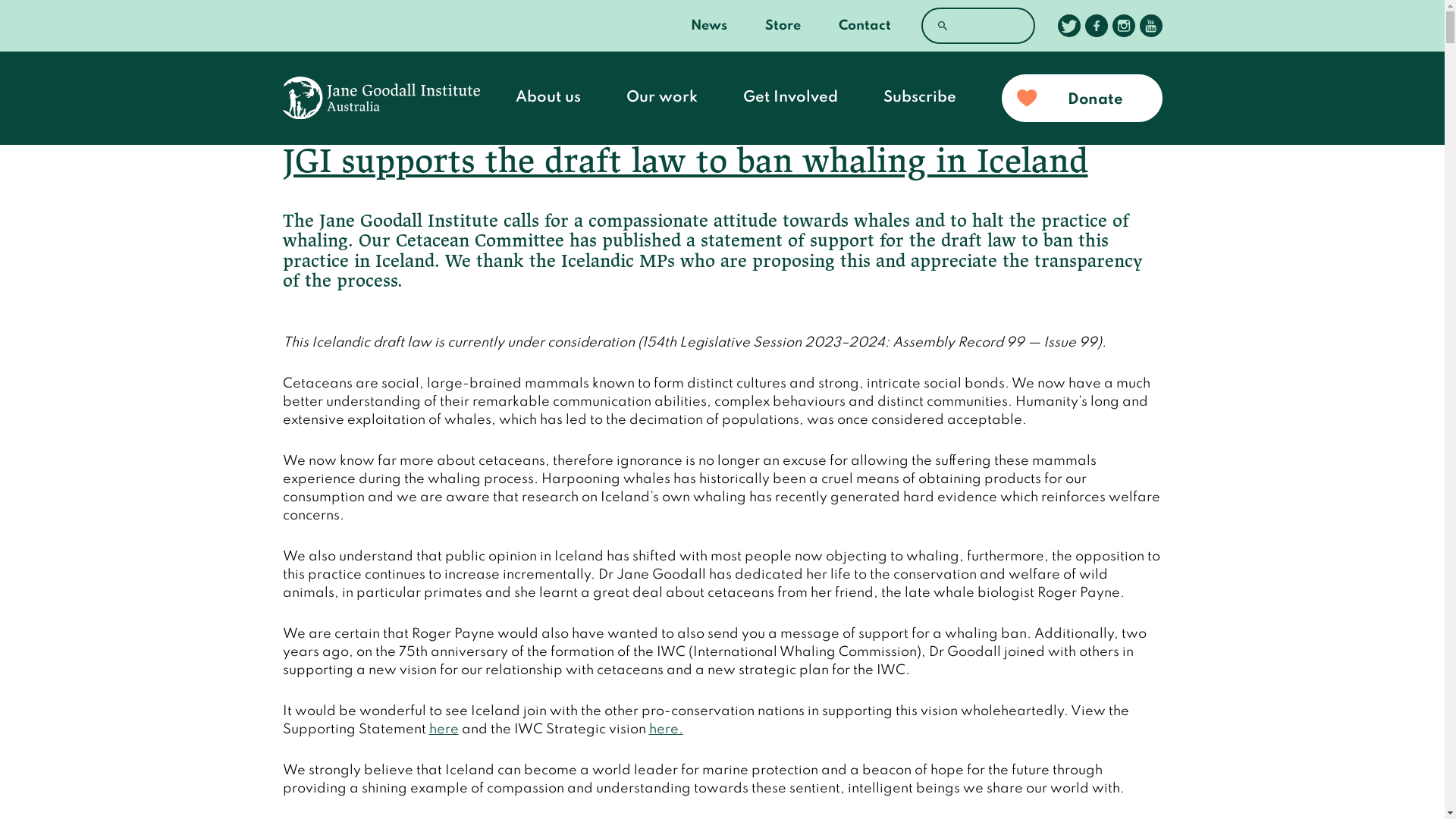  Describe the element at coordinates (548, 97) in the screenshot. I see `'About us'` at that location.